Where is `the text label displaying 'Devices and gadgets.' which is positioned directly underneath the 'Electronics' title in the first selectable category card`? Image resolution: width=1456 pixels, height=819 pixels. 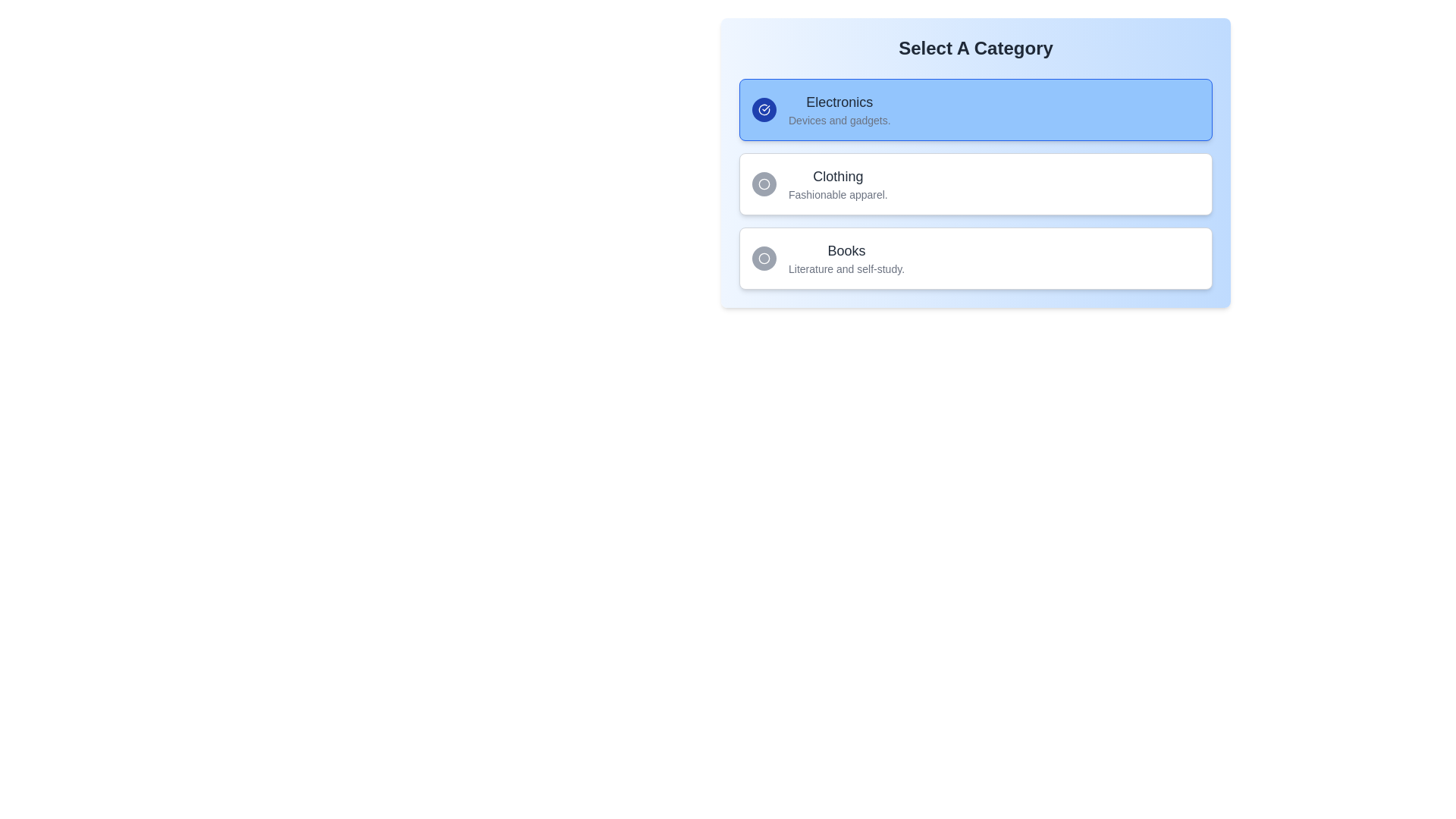
the text label displaying 'Devices and gadgets.' which is positioned directly underneath the 'Electronics' title in the first selectable category card is located at coordinates (839, 119).